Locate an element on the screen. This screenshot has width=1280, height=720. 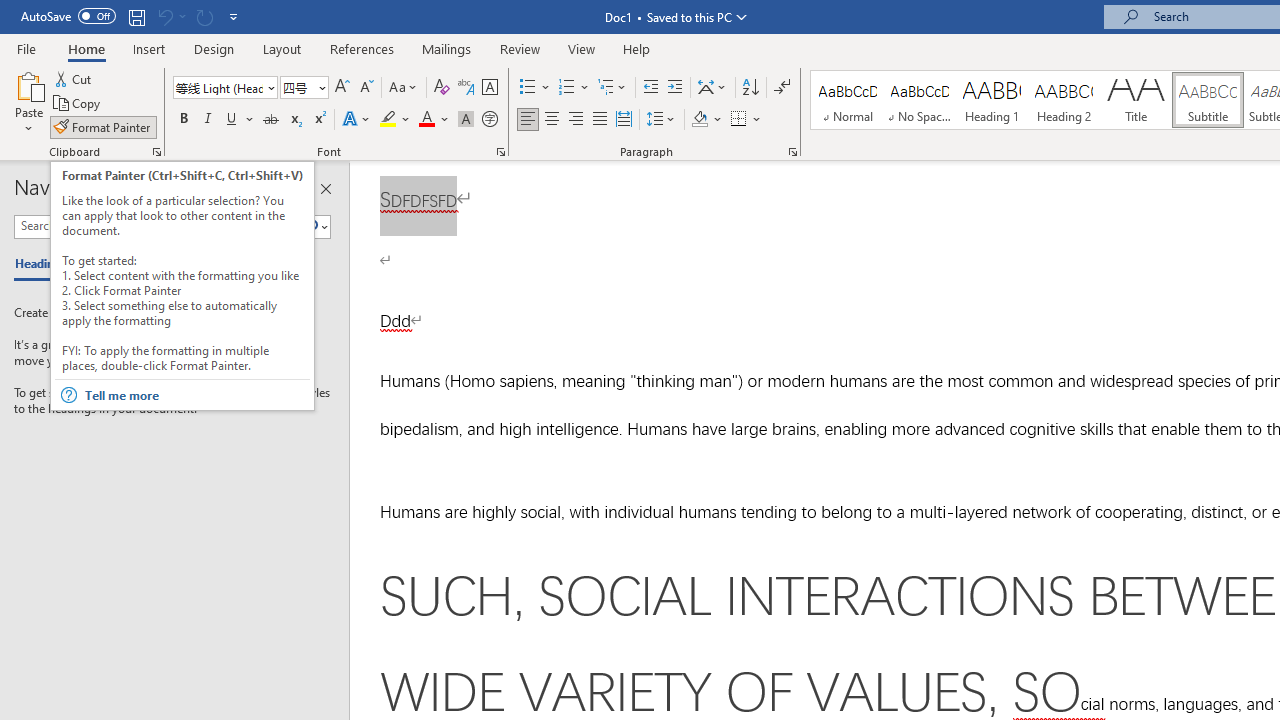
'Can' is located at coordinates (170, 16).